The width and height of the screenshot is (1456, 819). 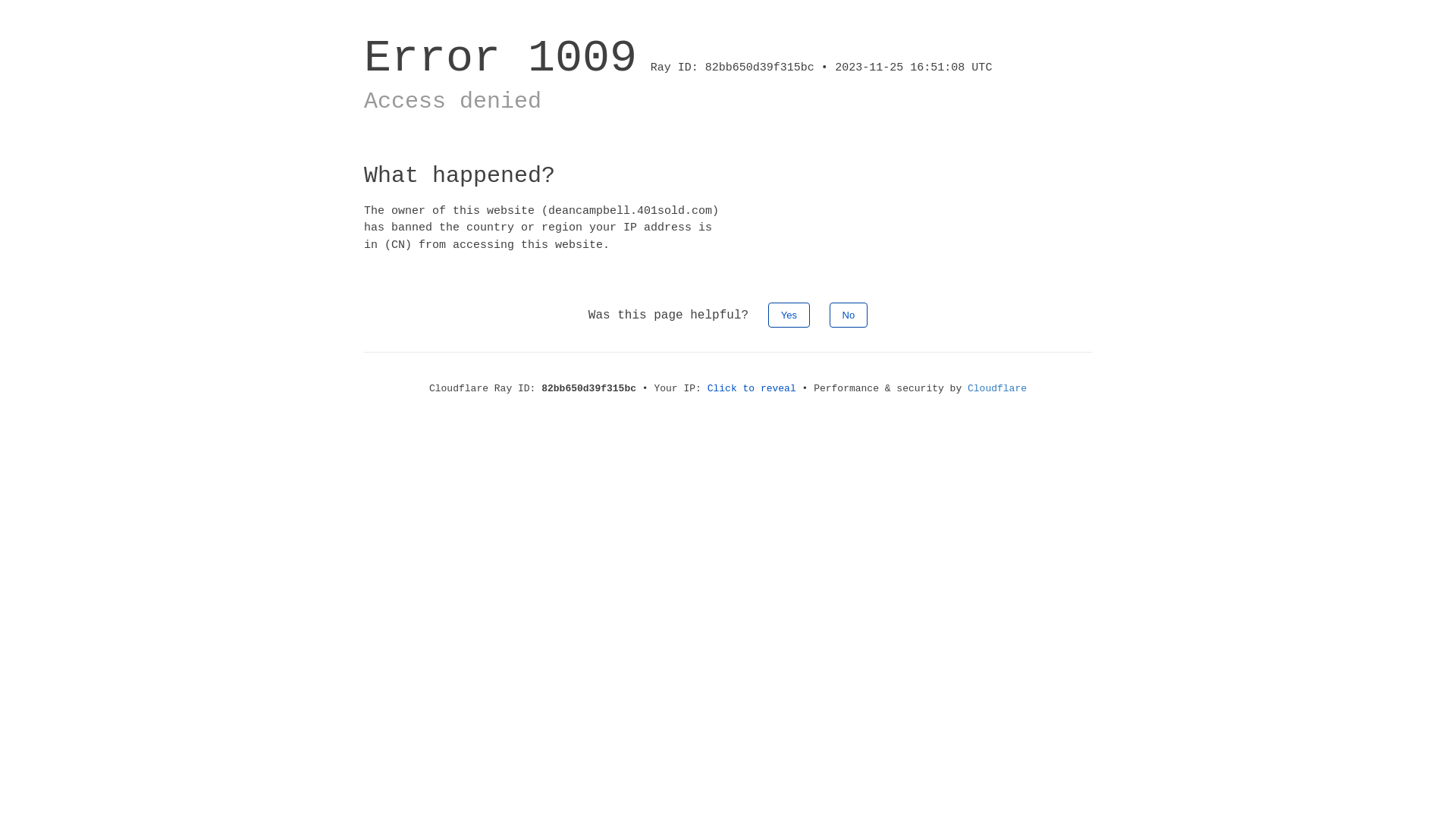 What do you see at coordinates (848, 314) in the screenshot?
I see `'No'` at bounding box center [848, 314].